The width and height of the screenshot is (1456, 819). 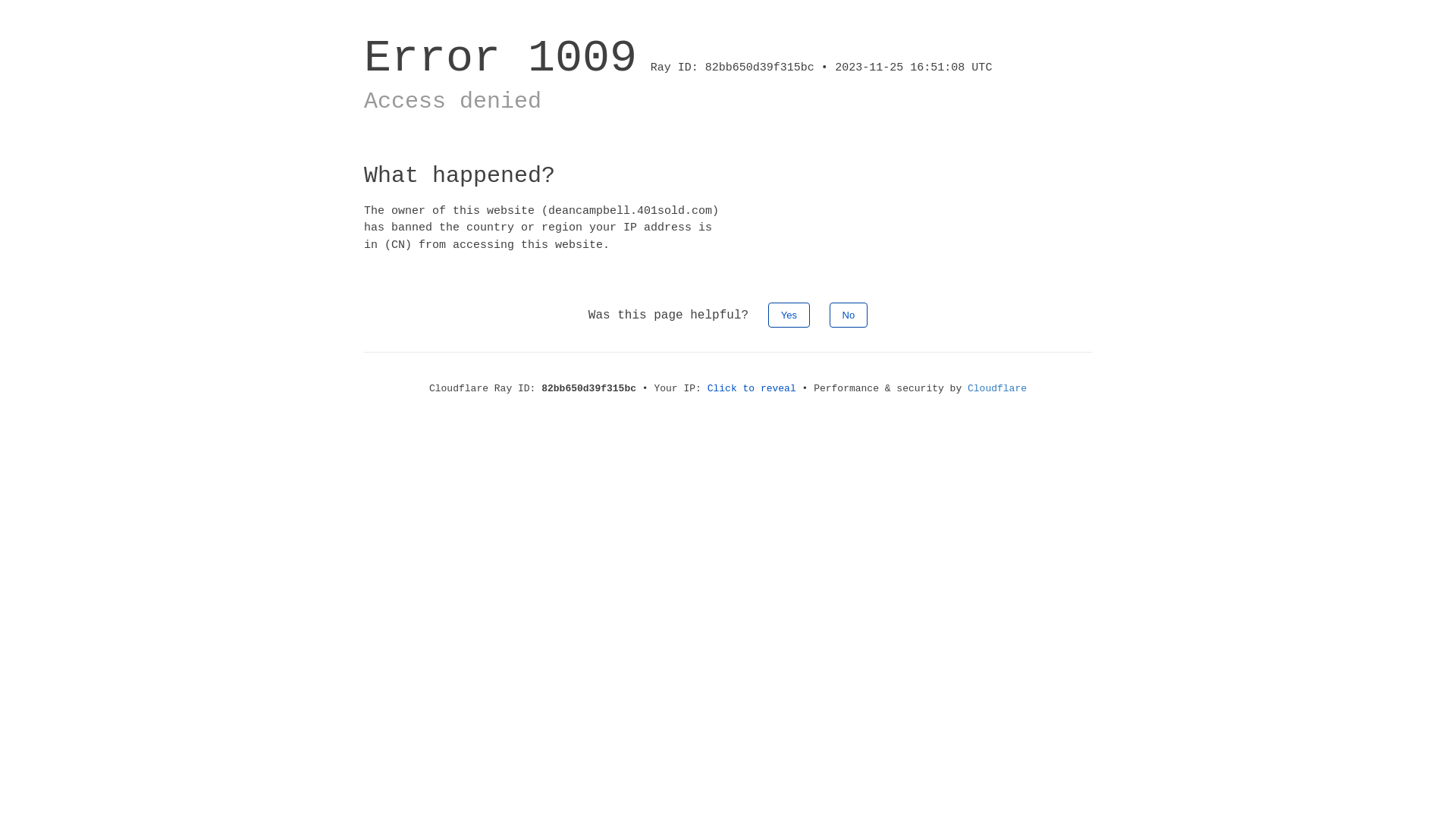 What do you see at coordinates (848, 314) in the screenshot?
I see `'No'` at bounding box center [848, 314].